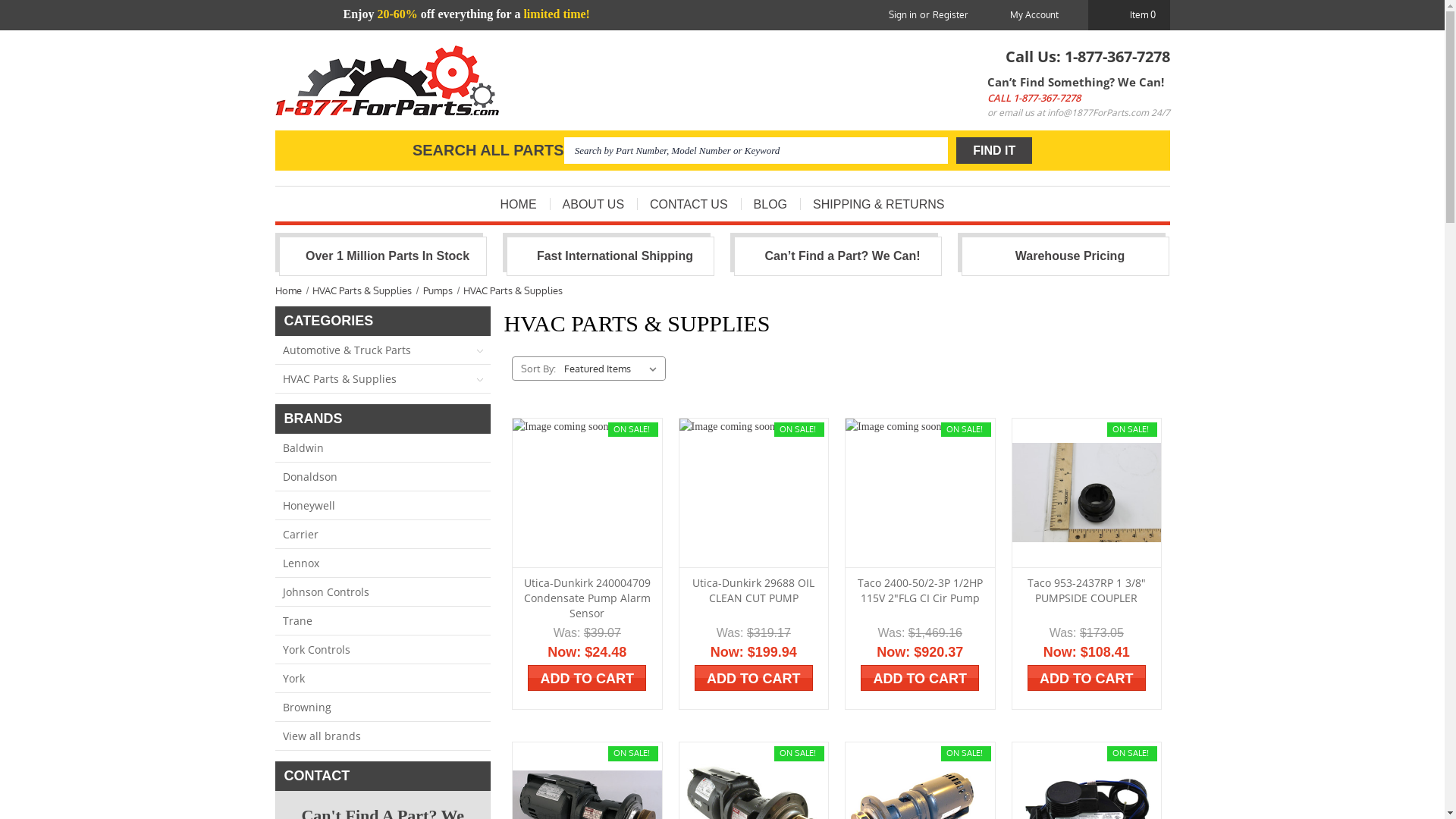  Describe the element at coordinates (637, 203) in the screenshot. I see `'CONTACT US'` at that location.